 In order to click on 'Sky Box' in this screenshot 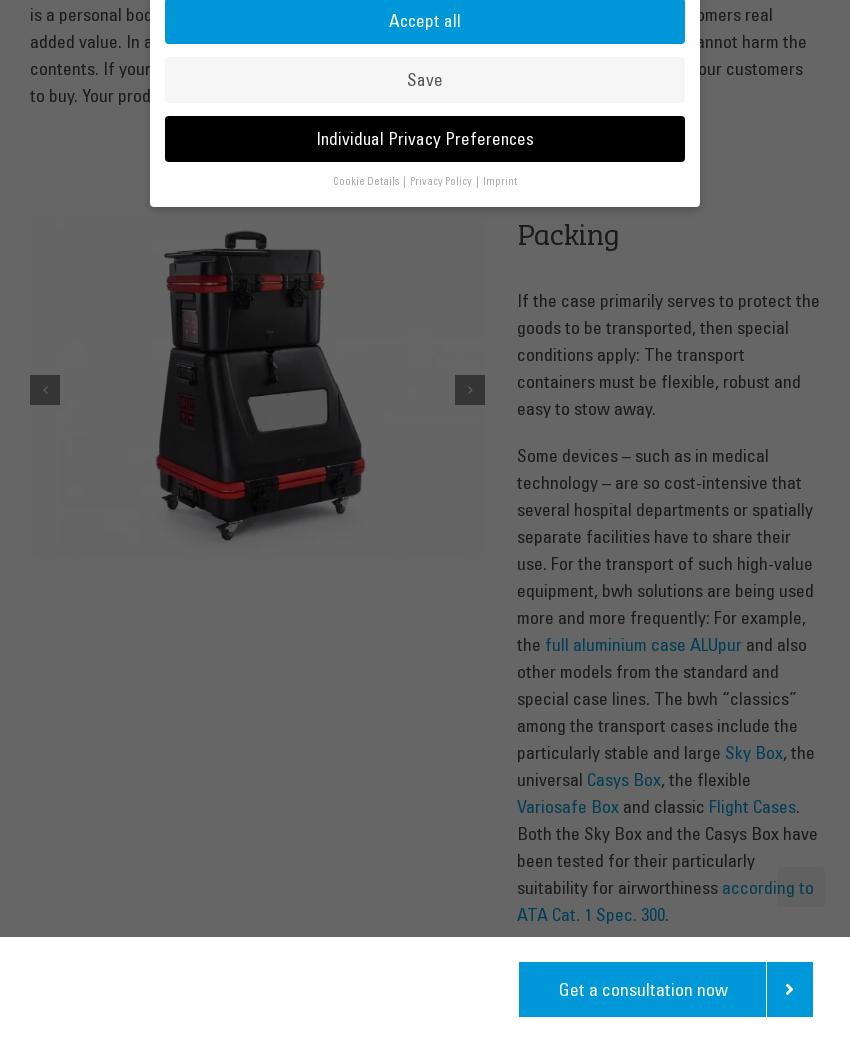, I will do `click(753, 750)`.